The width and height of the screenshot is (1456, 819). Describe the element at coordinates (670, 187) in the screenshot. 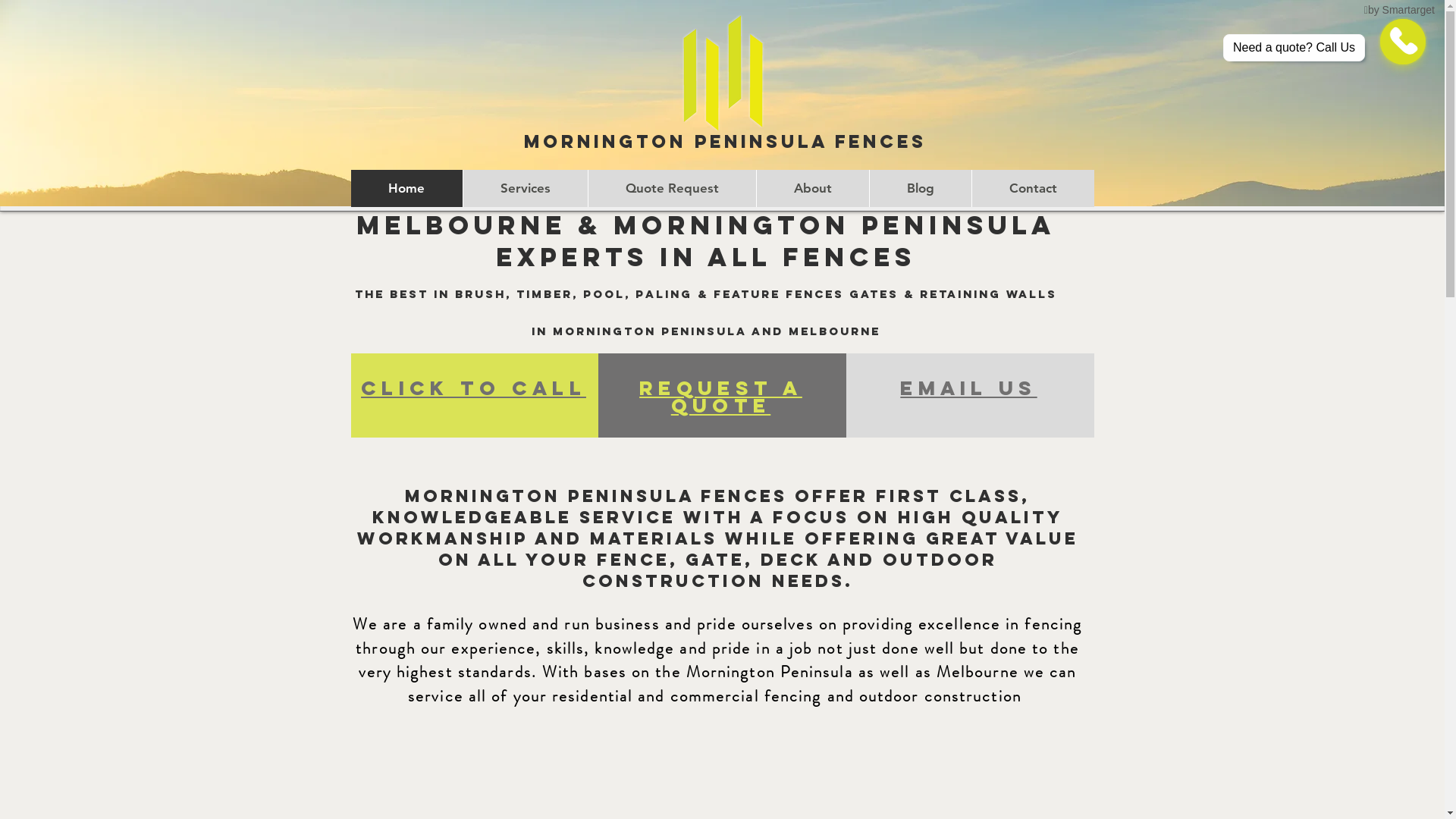

I see `'Quote Request'` at that location.